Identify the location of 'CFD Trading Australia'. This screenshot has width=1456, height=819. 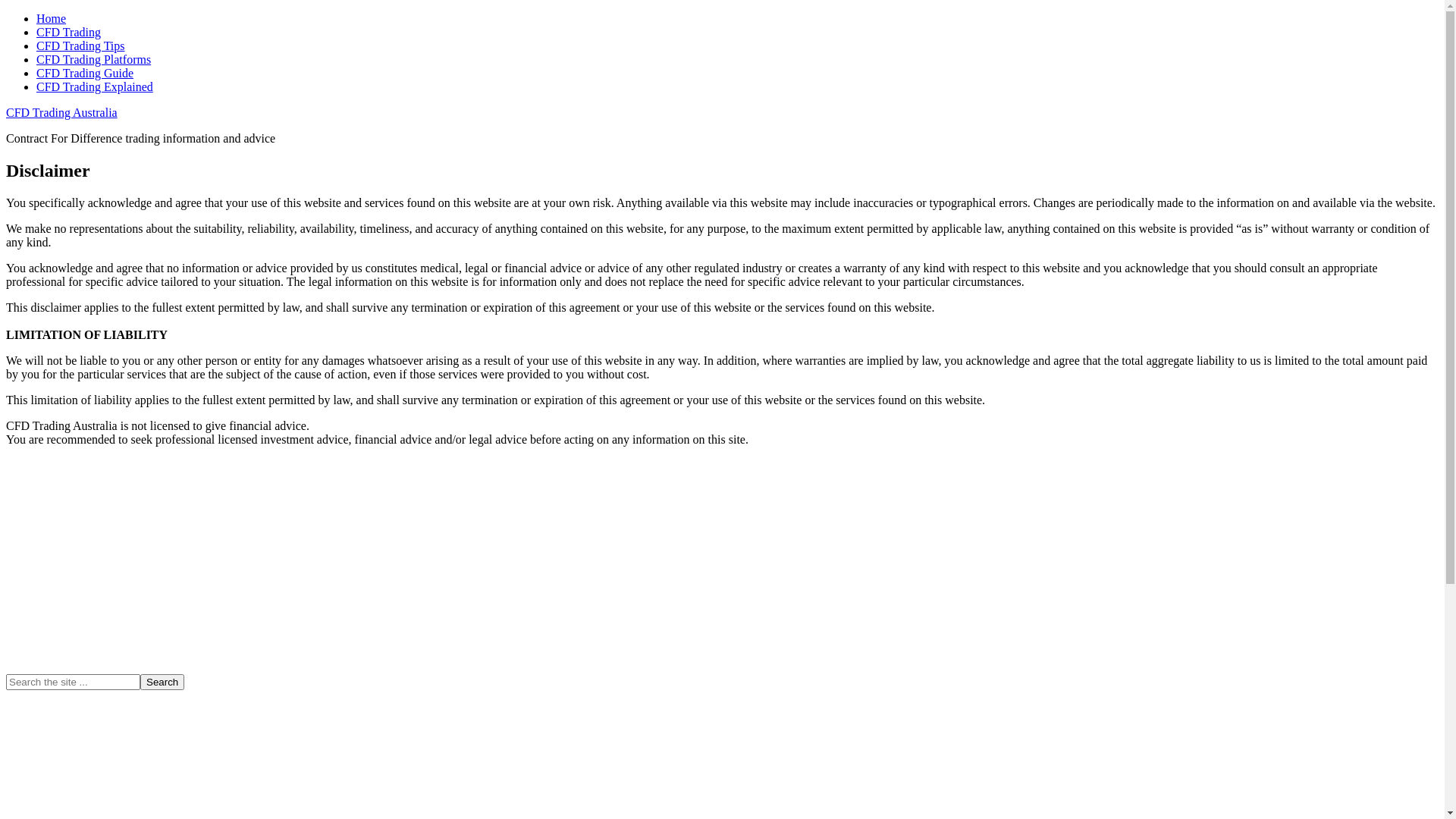
(61, 111).